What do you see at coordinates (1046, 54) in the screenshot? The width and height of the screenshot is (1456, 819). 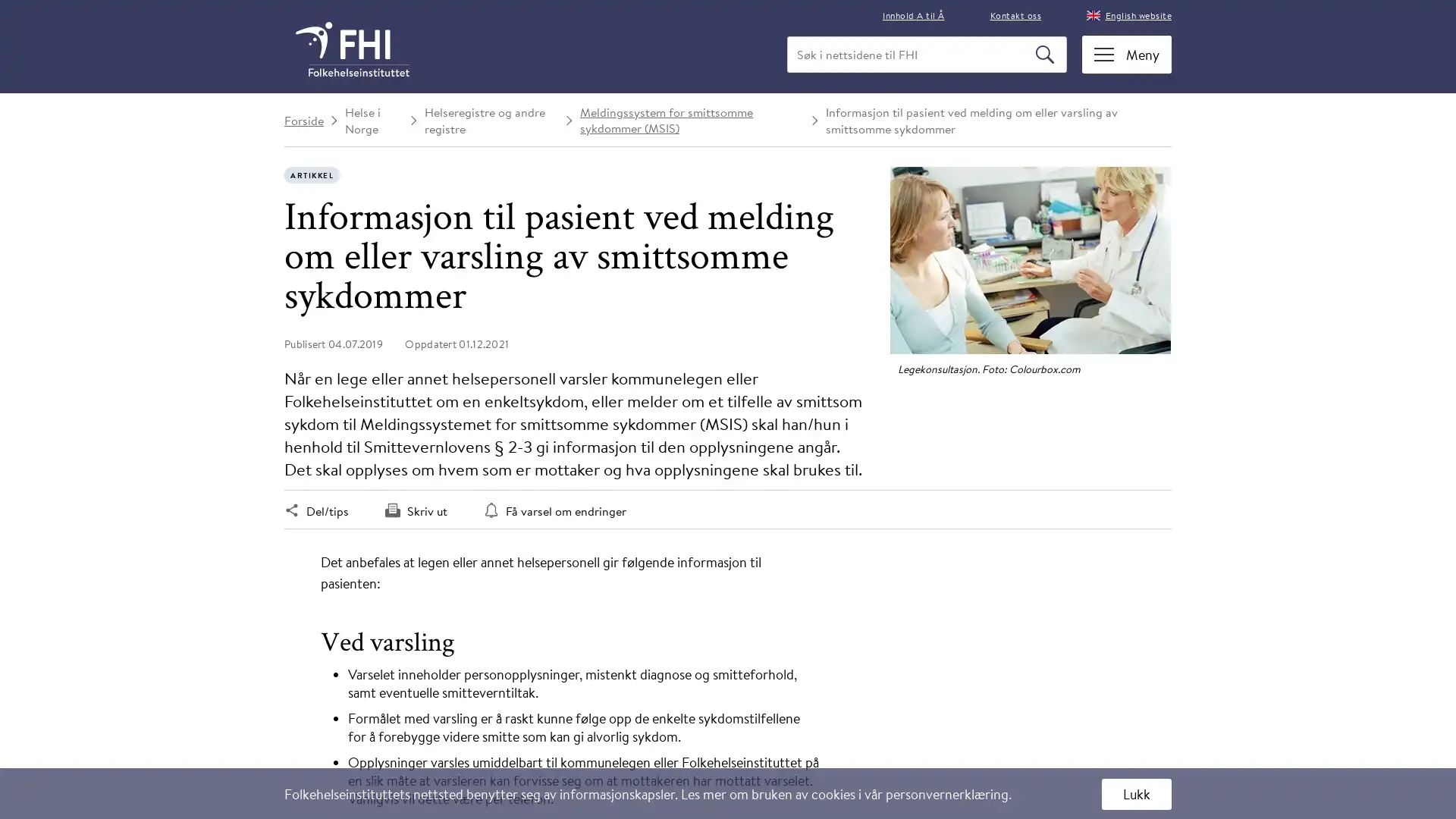 I see `Sk Sk` at bounding box center [1046, 54].